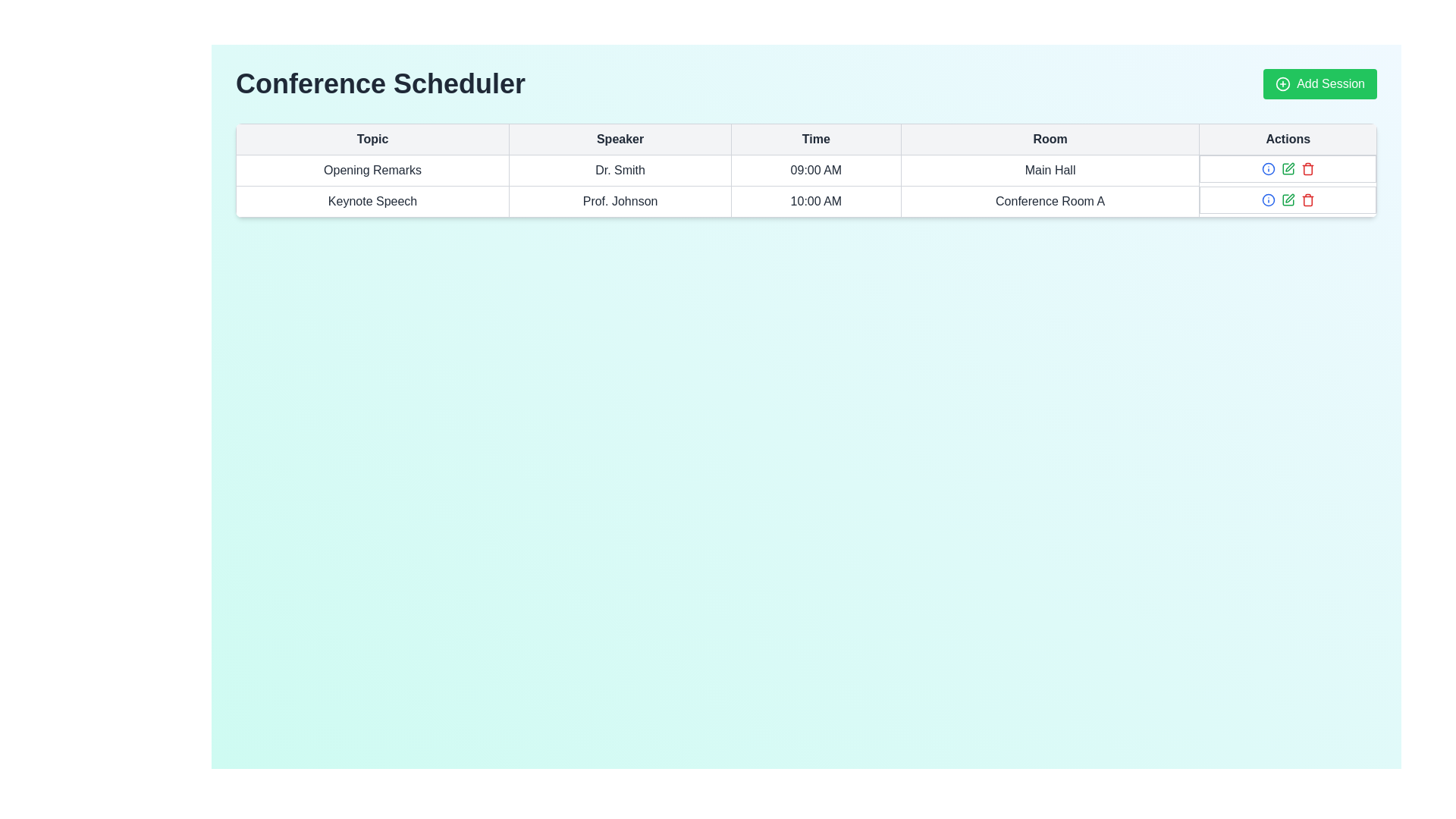 The height and width of the screenshot is (819, 1456). Describe the element at coordinates (815, 170) in the screenshot. I see `displayed time '09:00 AM' from the text display cell located in the third column of the first row of the table labeled 'Opening Remarks'` at that location.